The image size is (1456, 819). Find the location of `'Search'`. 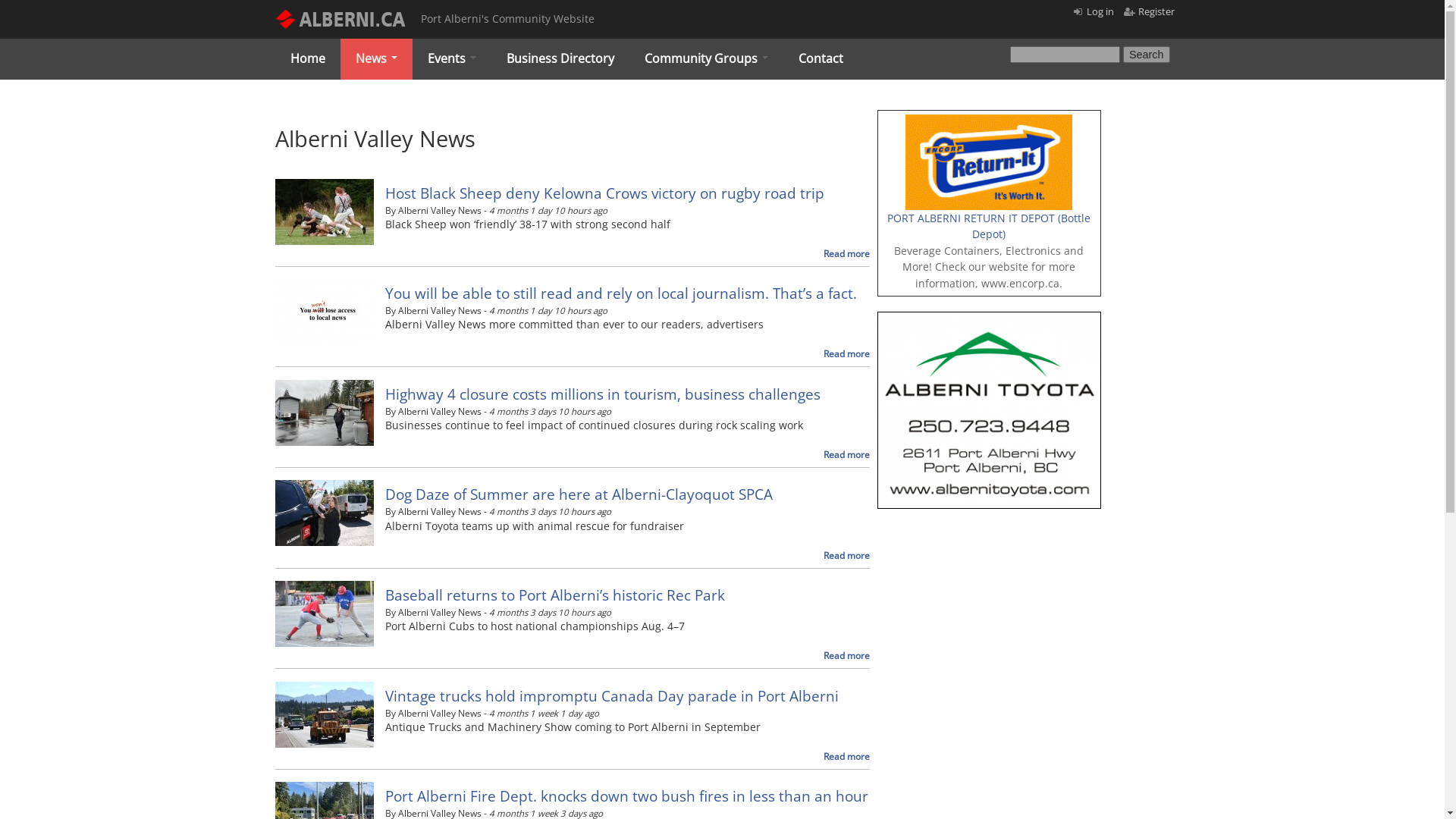

'Search' is located at coordinates (1147, 54).